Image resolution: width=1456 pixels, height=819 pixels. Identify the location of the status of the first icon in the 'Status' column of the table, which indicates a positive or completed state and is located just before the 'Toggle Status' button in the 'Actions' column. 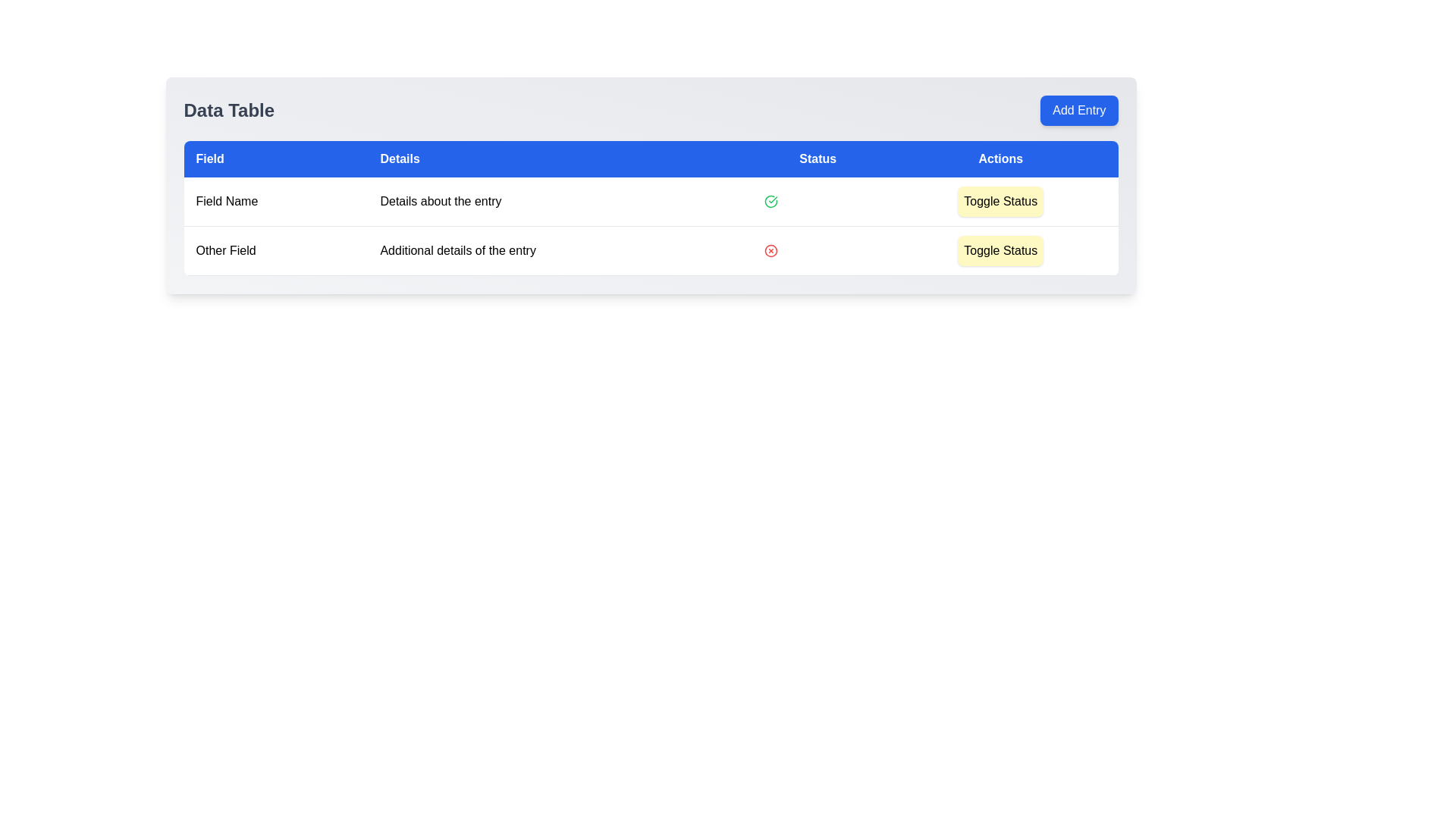
(771, 201).